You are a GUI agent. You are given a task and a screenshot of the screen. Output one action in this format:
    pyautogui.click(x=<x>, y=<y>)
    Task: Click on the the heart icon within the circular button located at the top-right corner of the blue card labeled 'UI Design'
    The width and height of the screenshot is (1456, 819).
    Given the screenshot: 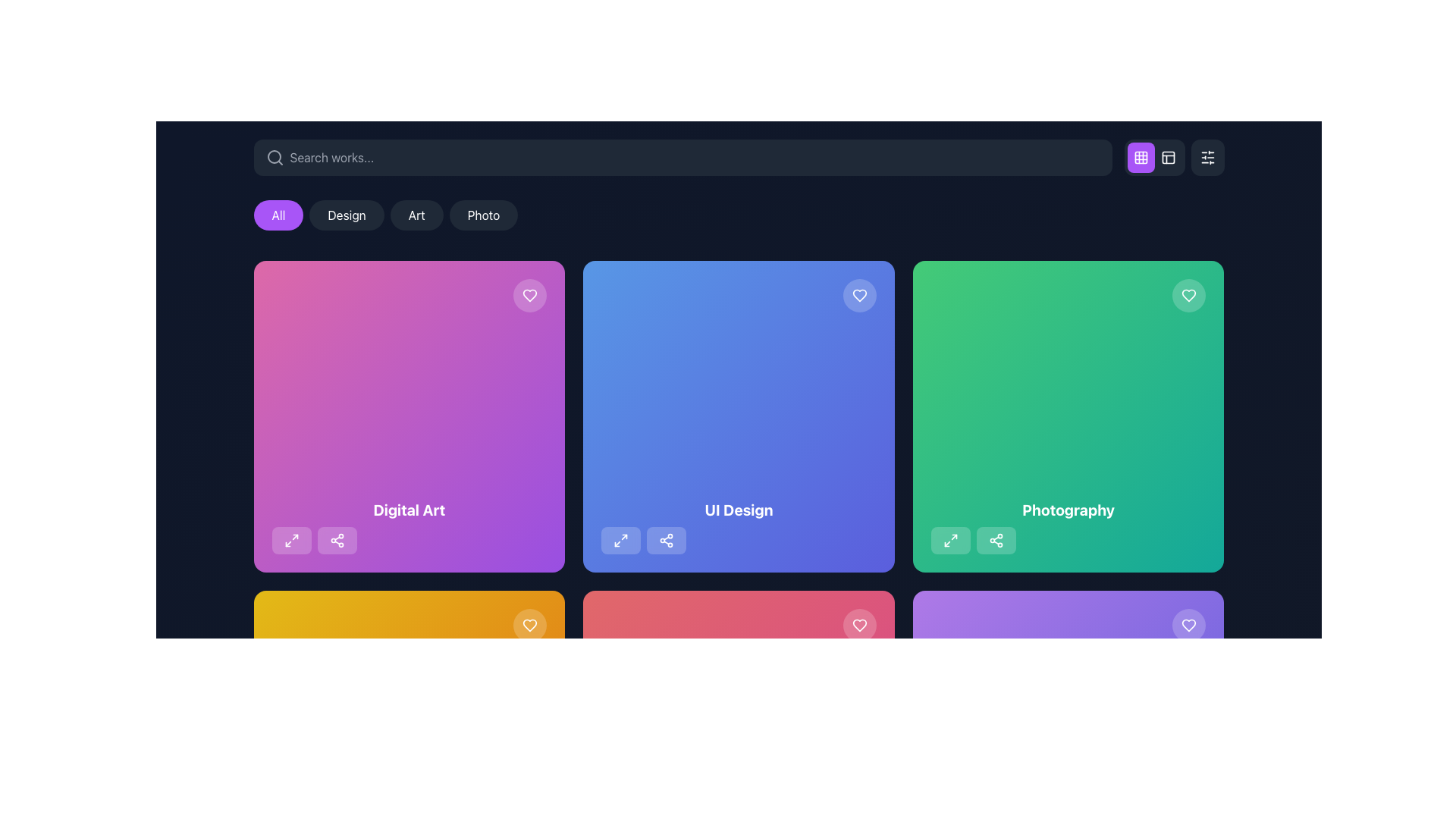 What is the action you would take?
    pyautogui.click(x=859, y=295)
    